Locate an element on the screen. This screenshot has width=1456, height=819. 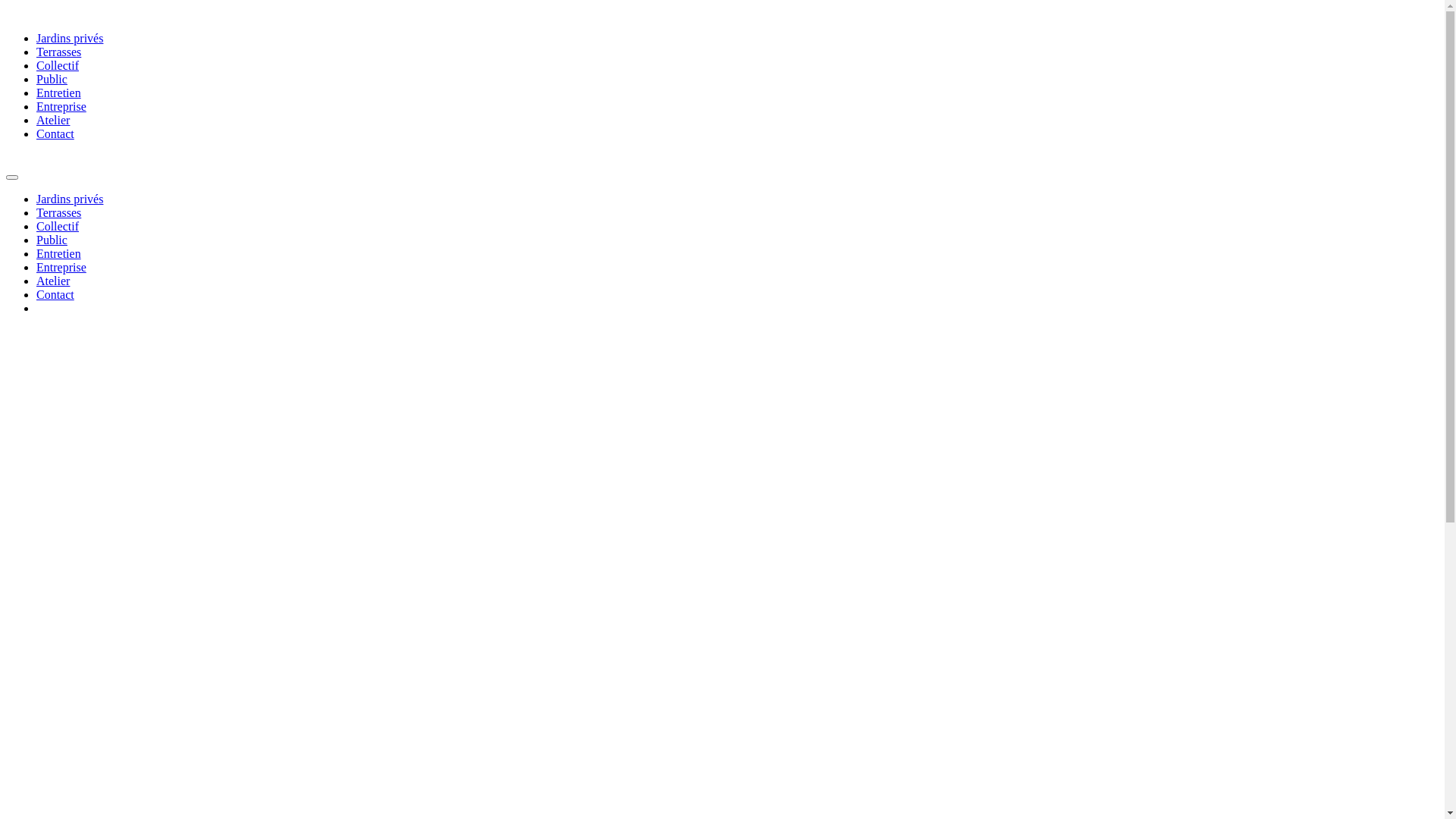
'Atelier' is located at coordinates (53, 281).